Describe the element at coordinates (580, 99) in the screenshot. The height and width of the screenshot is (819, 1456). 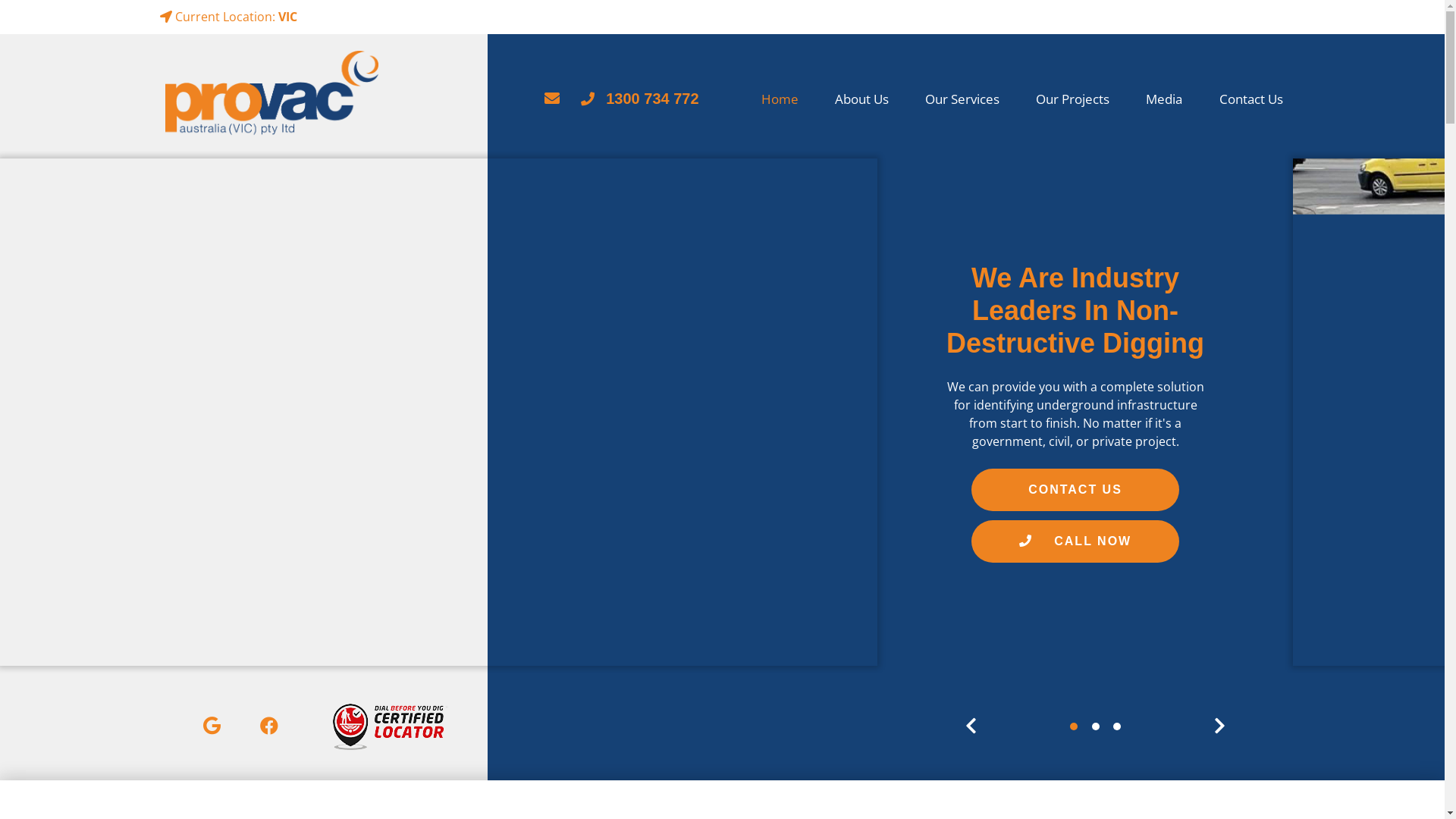
I see `'1300 734 772'` at that location.